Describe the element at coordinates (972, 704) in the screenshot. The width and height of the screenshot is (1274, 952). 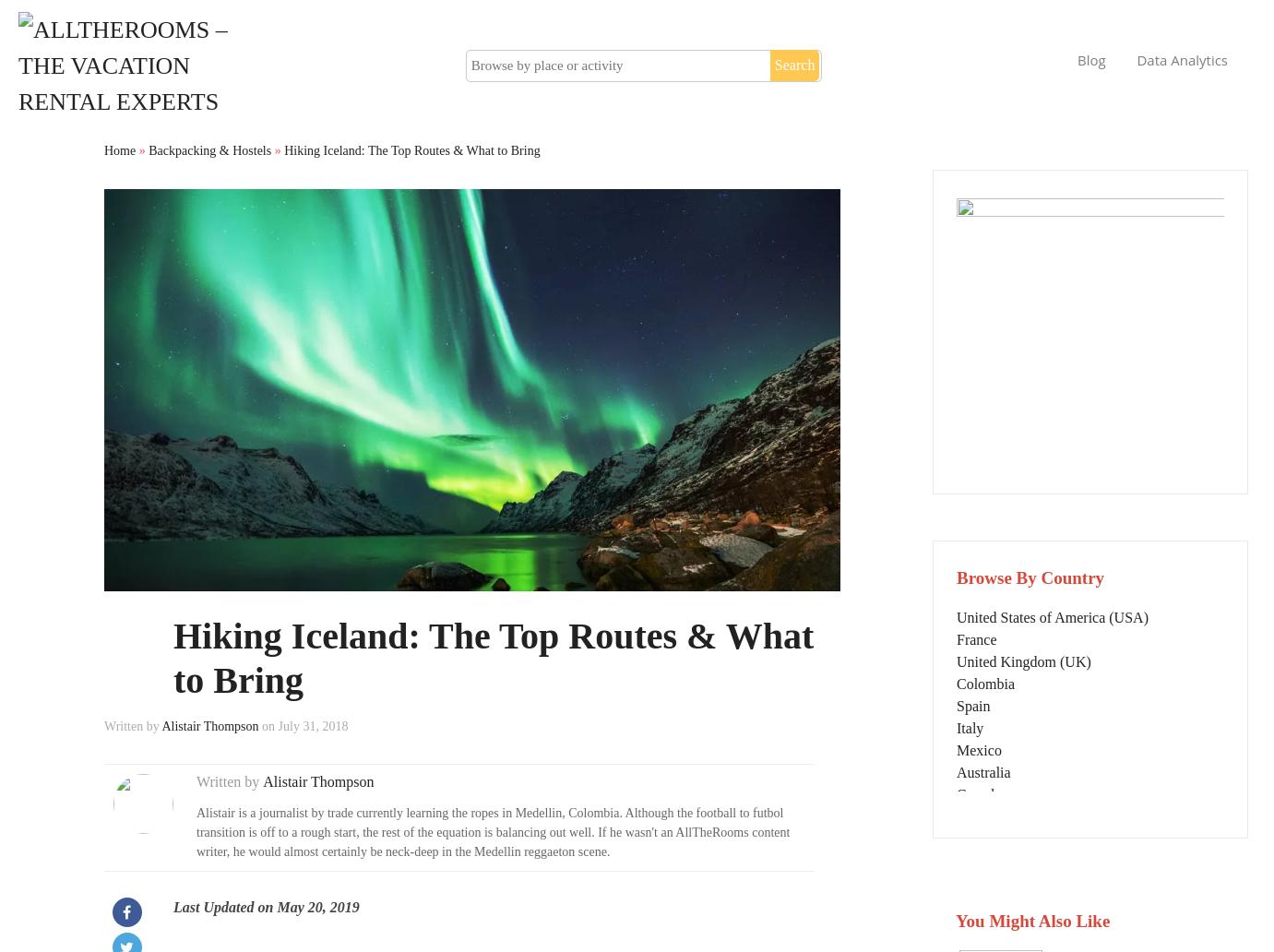
I see `'Spain'` at that location.